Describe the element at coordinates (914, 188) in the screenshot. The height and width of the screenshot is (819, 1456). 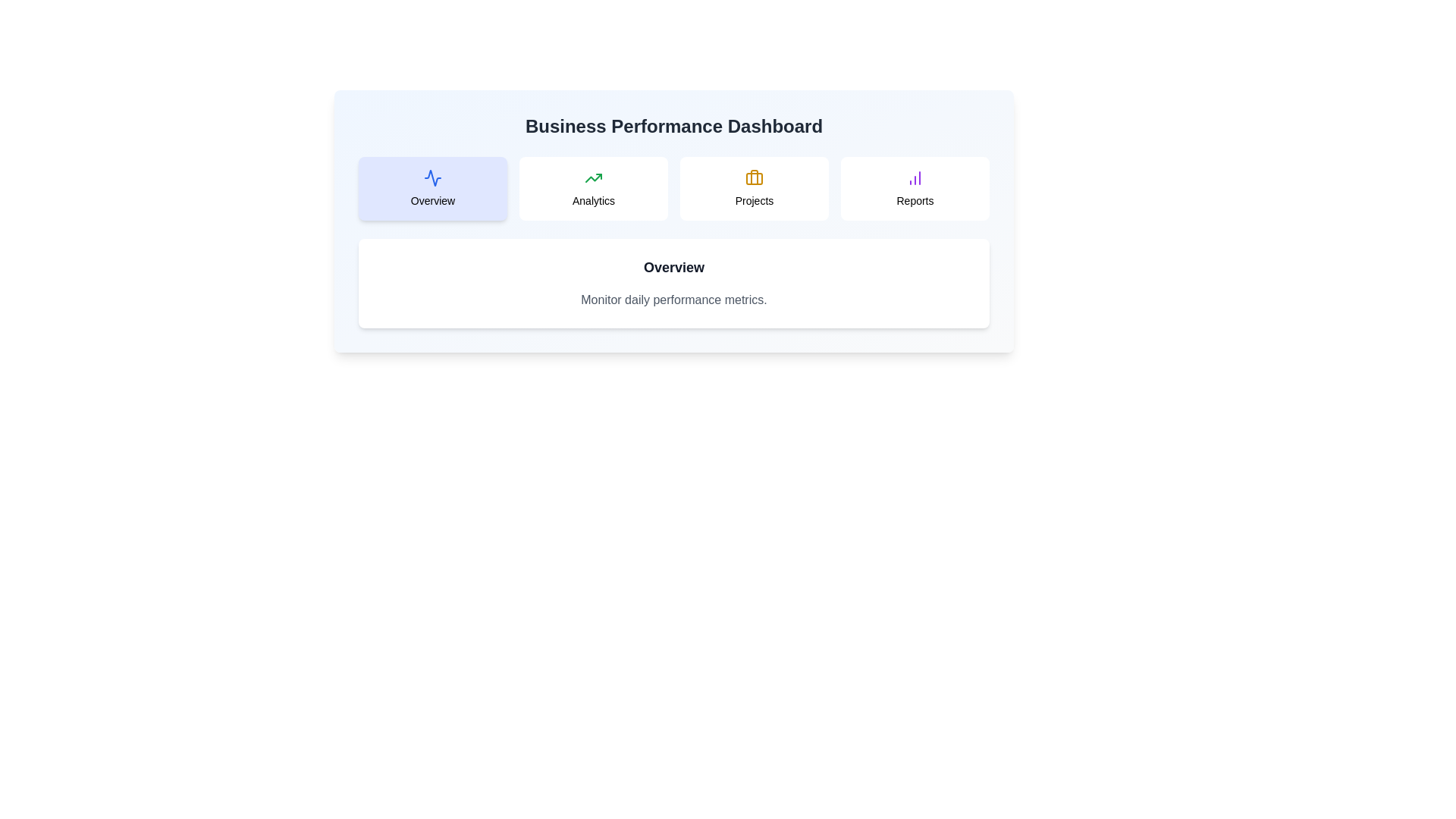
I see `the tab labeled 'Reports' to view its content` at that location.